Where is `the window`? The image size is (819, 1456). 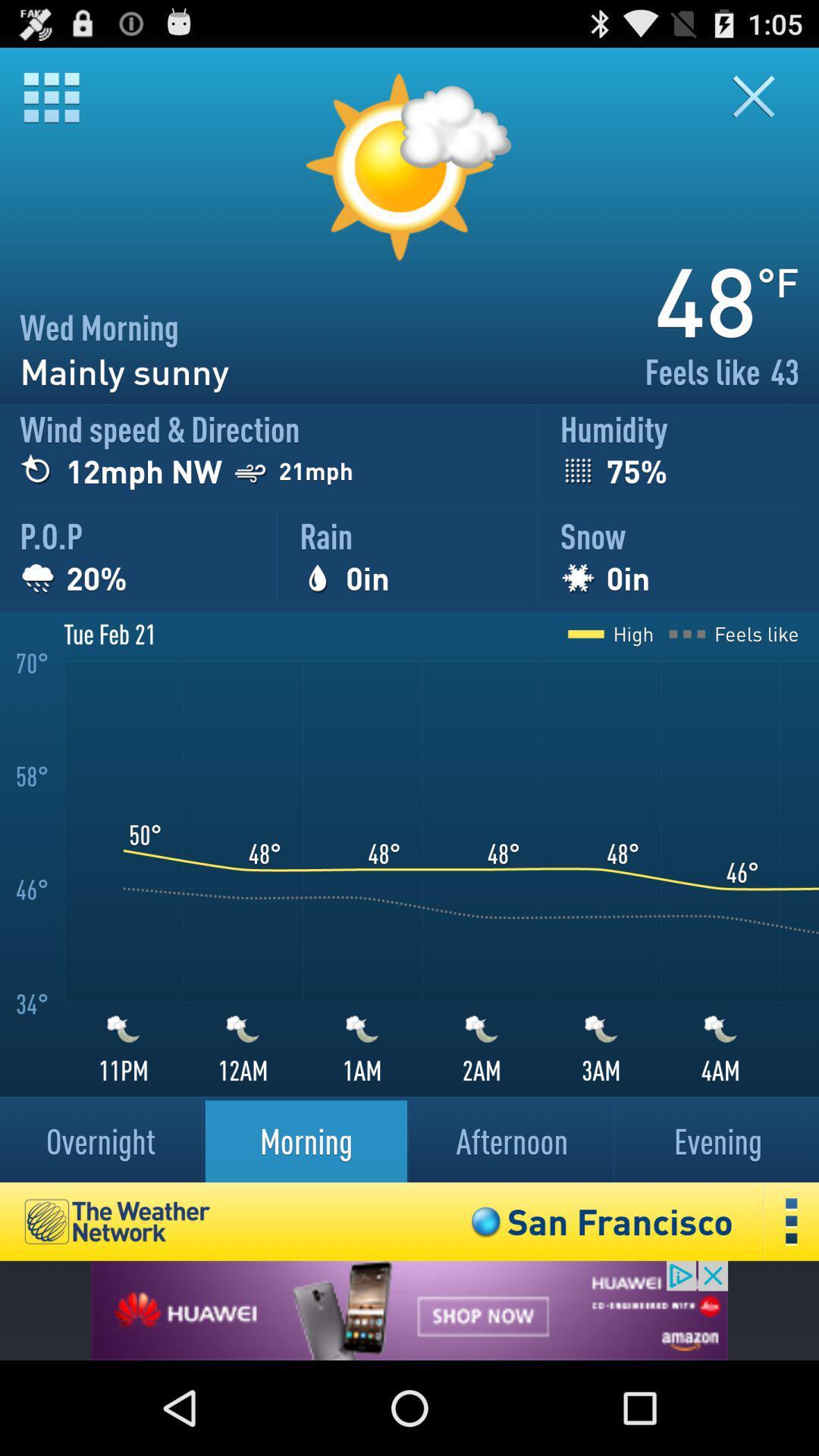 the window is located at coordinates (763, 96).